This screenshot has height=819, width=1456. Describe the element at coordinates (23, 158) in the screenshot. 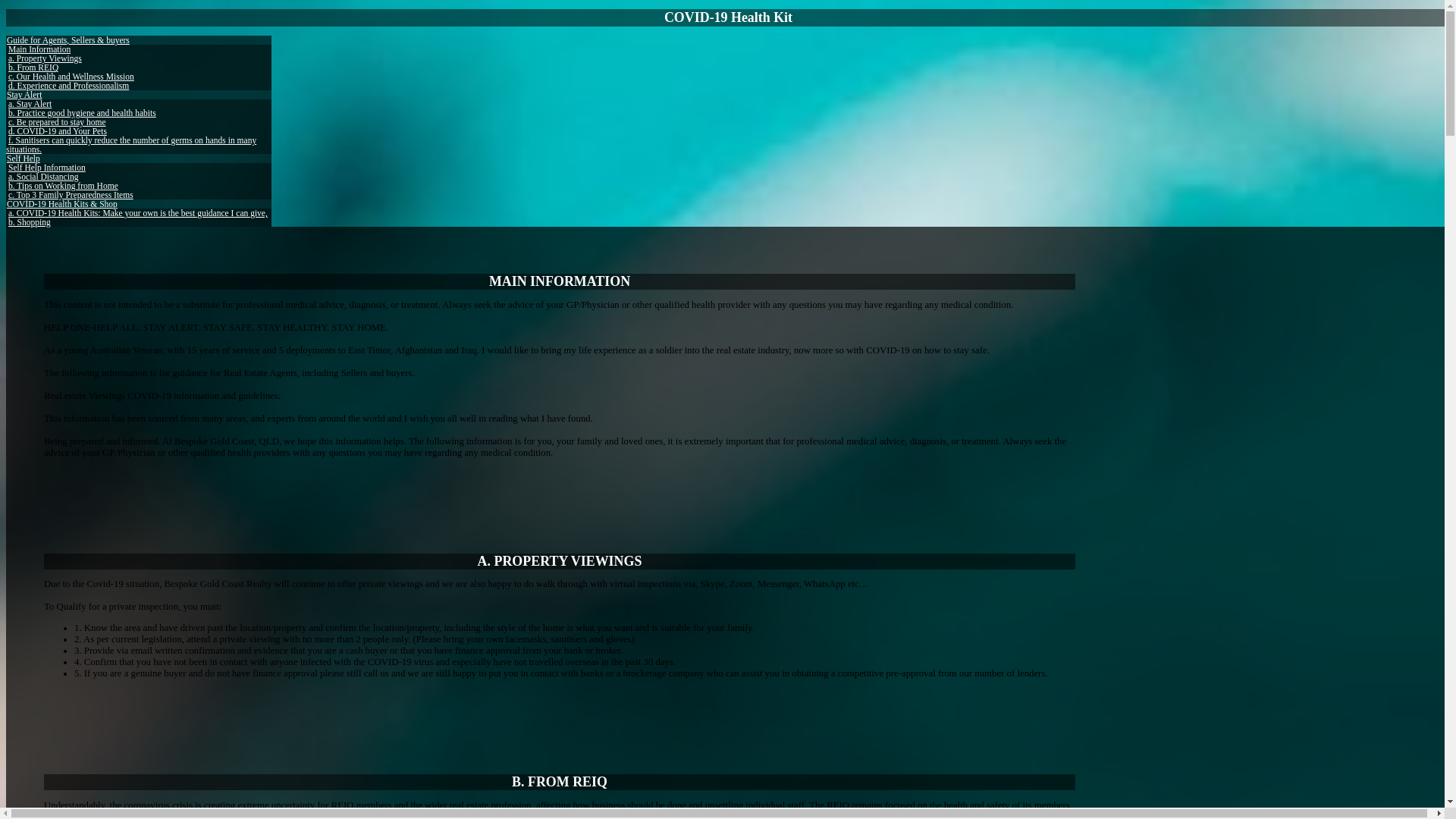

I see `'Self Help'` at that location.